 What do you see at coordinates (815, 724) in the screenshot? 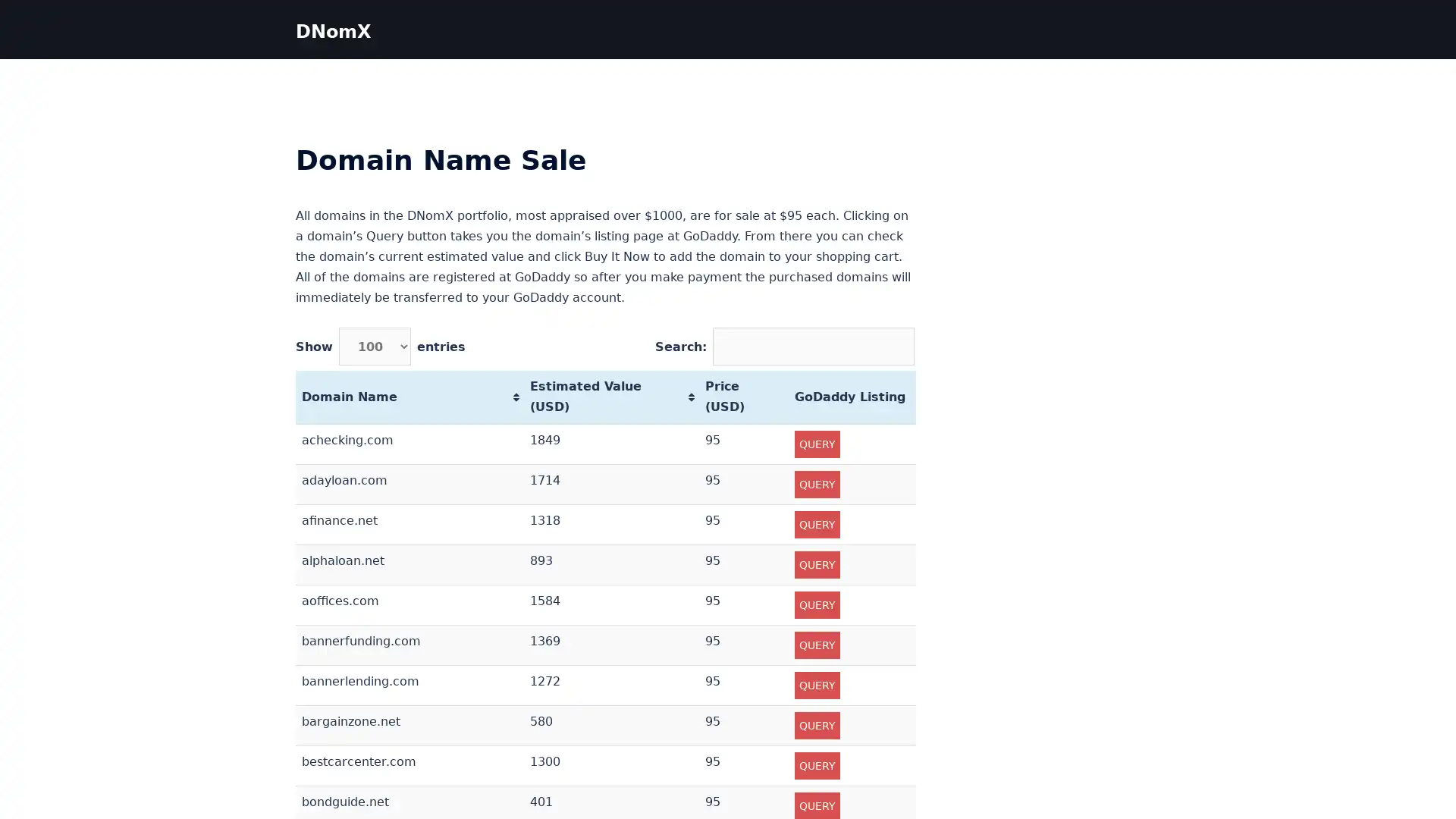
I see `QUERY` at bounding box center [815, 724].